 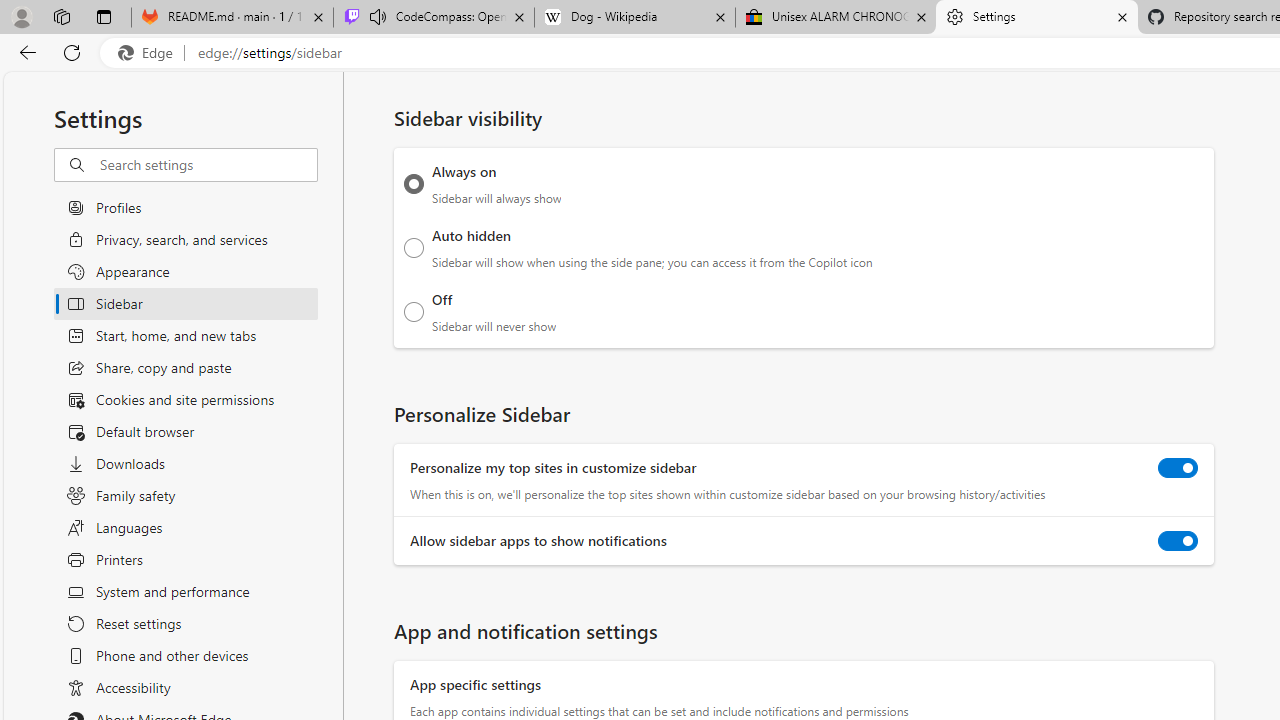 What do you see at coordinates (1178, 541) in the screenshot?
I see `'Allow sidebar apps to show notifications'` at bounding box center [1178, 541].